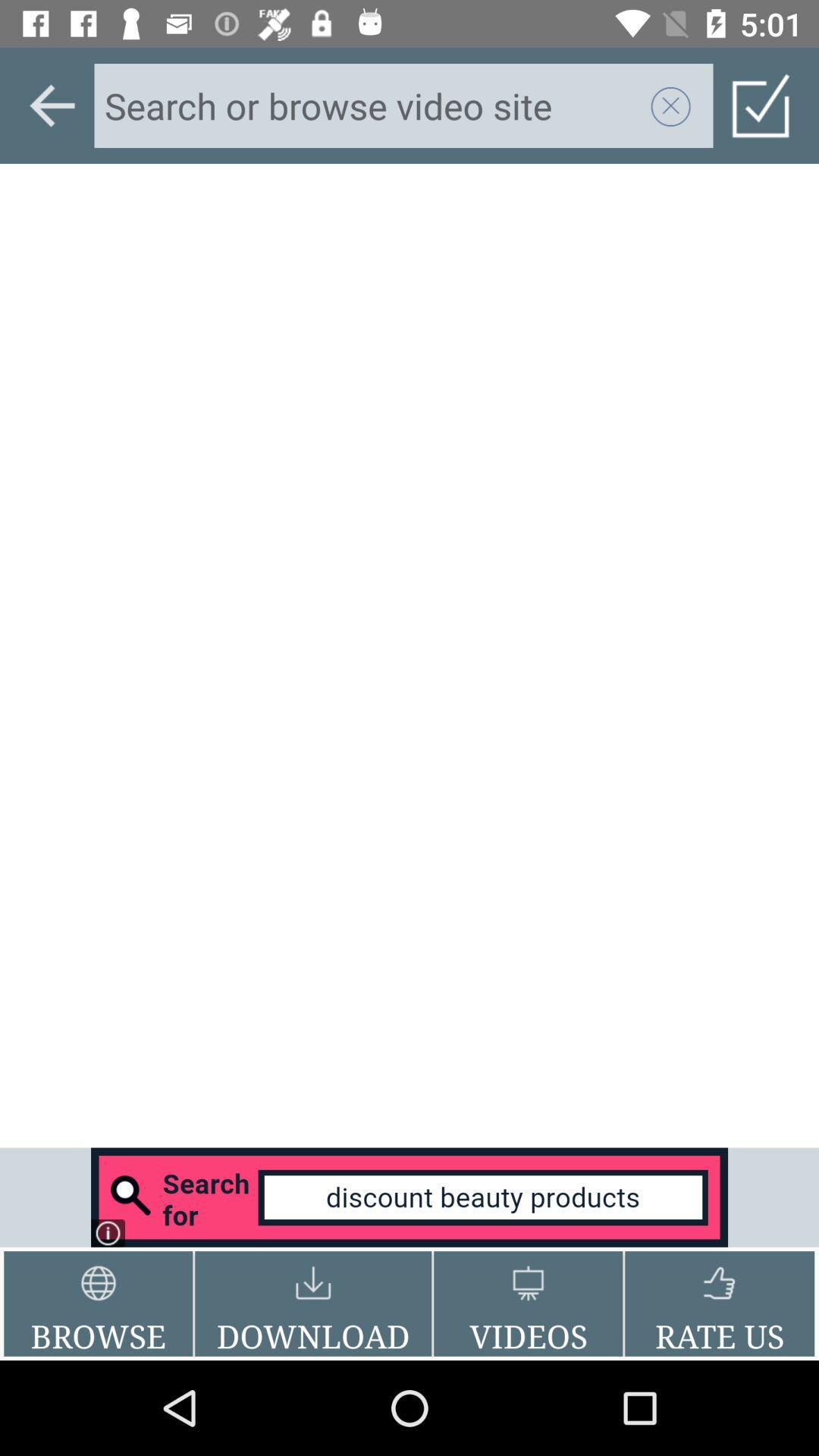 Image resolution: width=819 pixels, height=1456 pixels. What do you see at coordinates (312, 1303) in the screenshot?
I see `the download icon` at bounding box center [312, 1303].